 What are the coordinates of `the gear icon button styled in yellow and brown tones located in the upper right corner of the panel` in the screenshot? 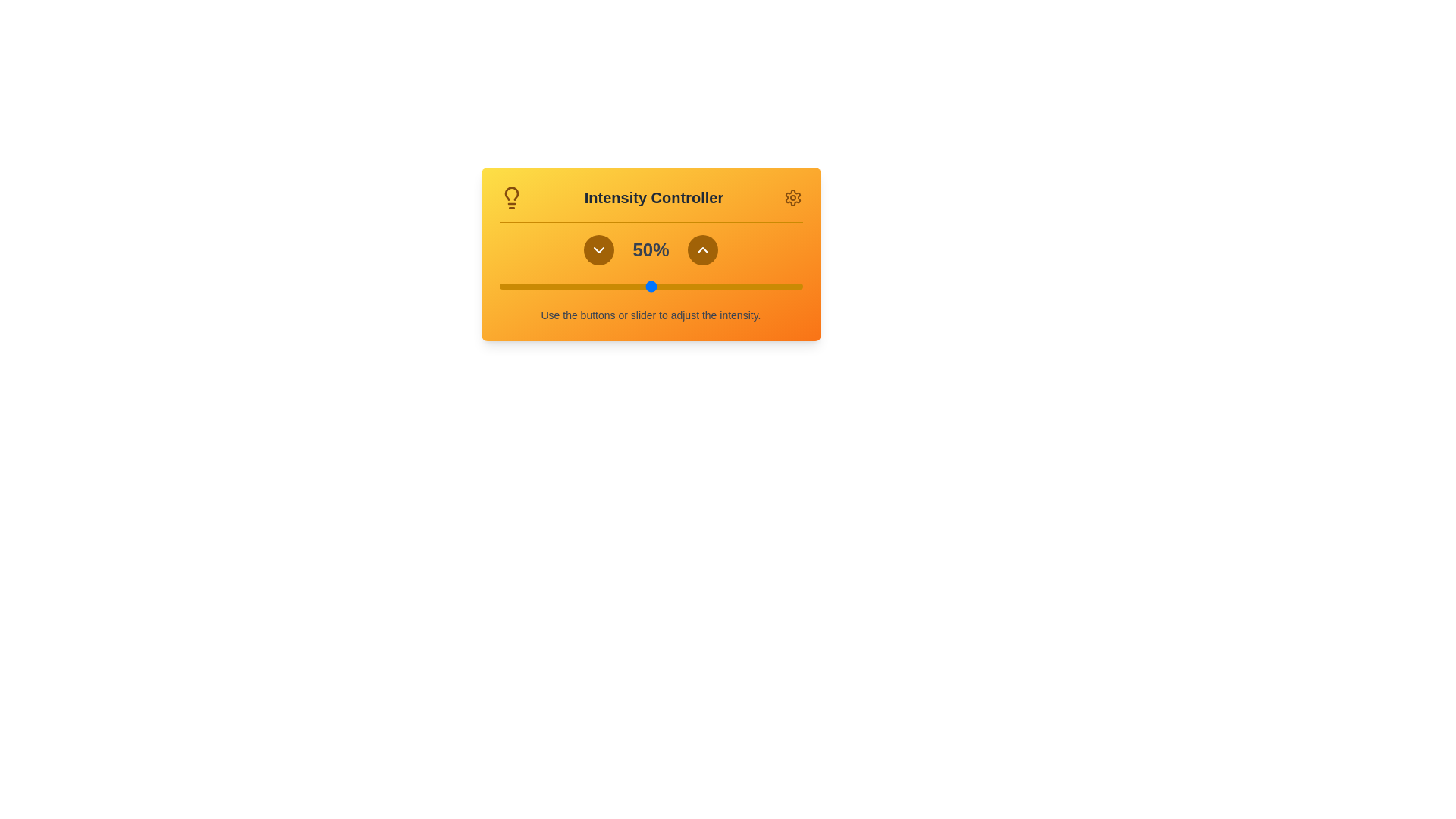 It's located at (792, 197).